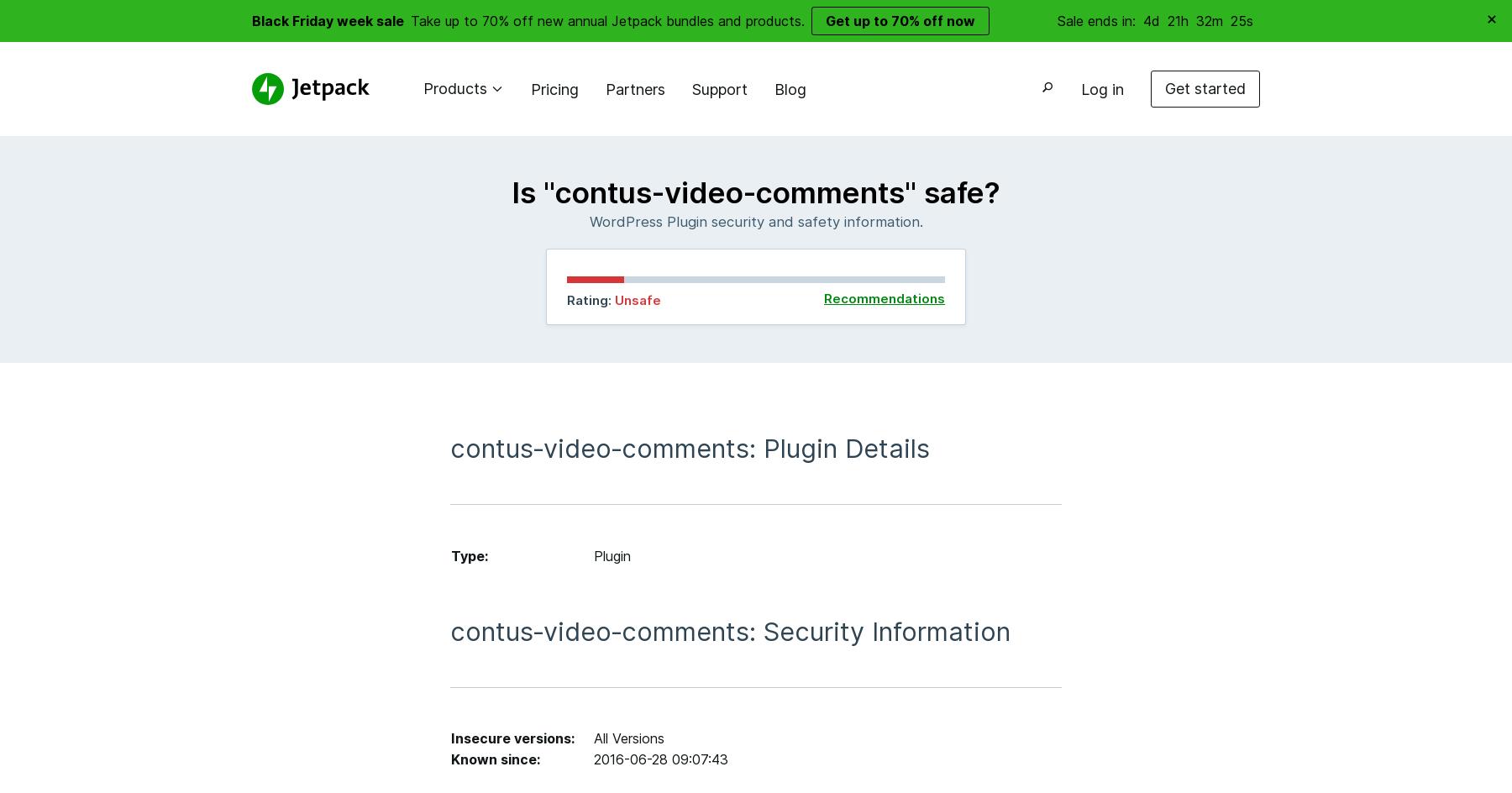  Describe the element at coordinates (637, 299) in the screenshot. I see `'Unsafe'` at that location.